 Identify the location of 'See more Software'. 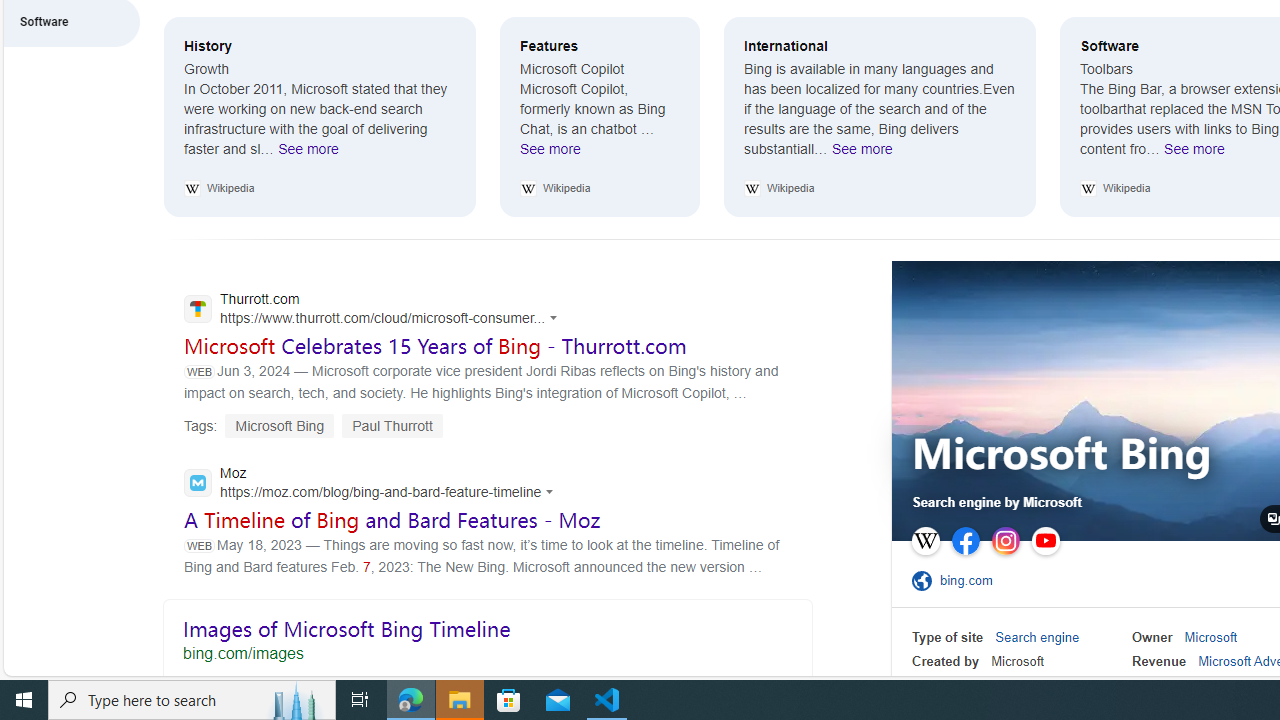
(1194, 153).